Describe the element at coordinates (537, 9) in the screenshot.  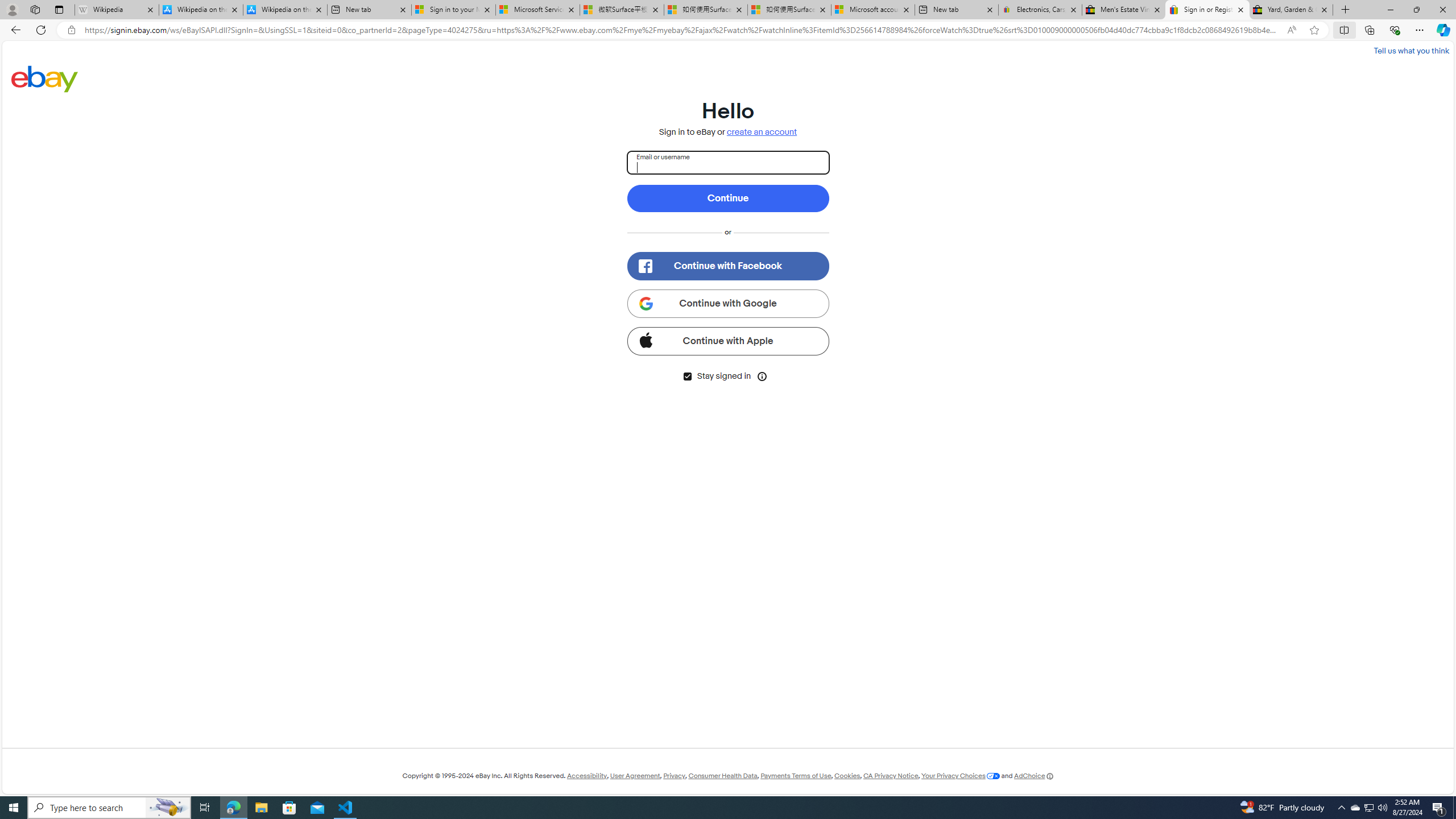
I see `'Microsoft Services Agreement'` at that location.